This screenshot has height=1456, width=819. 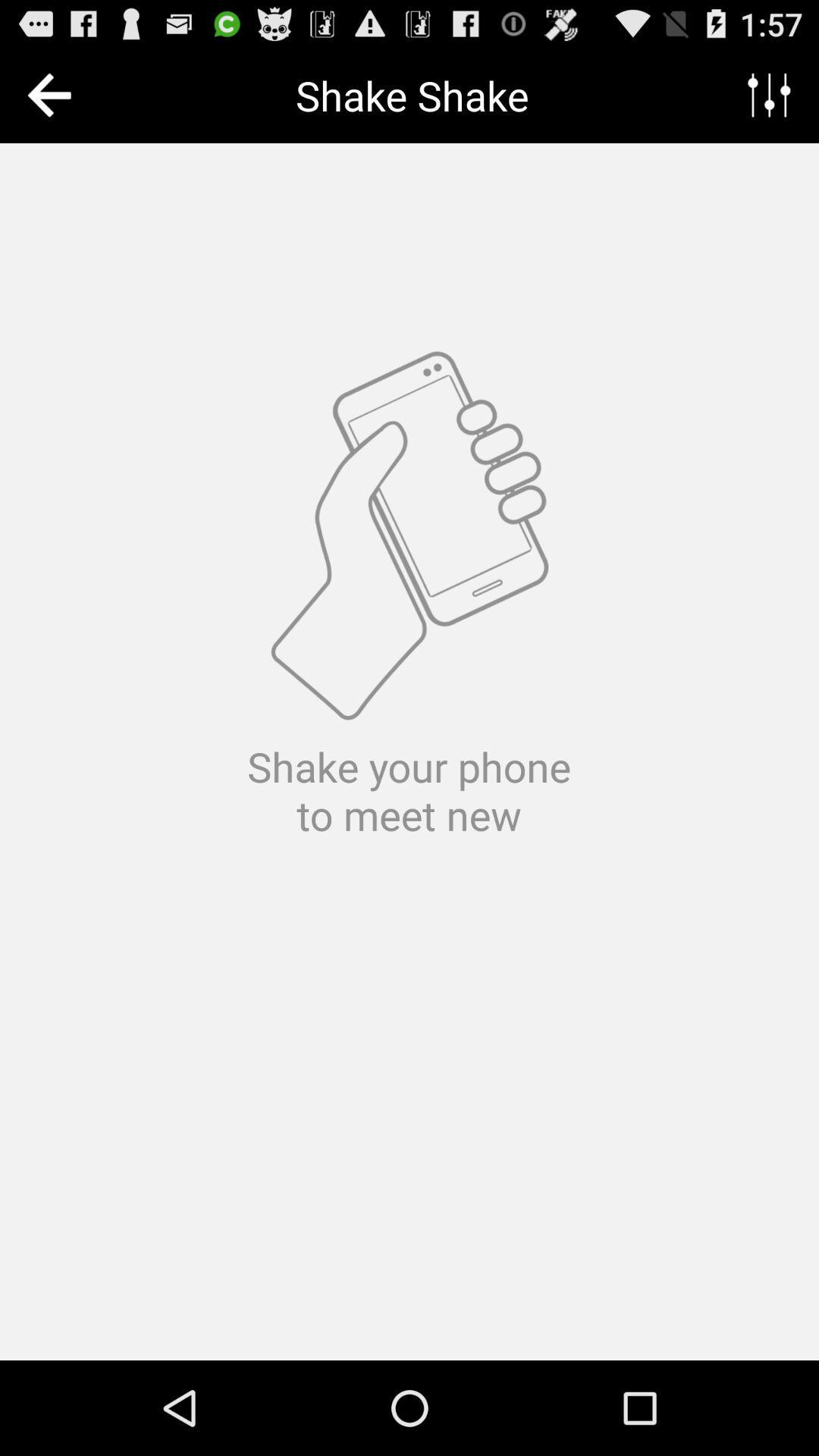 I want to click on the arrow_backward icon, so click(x=52, y=101).